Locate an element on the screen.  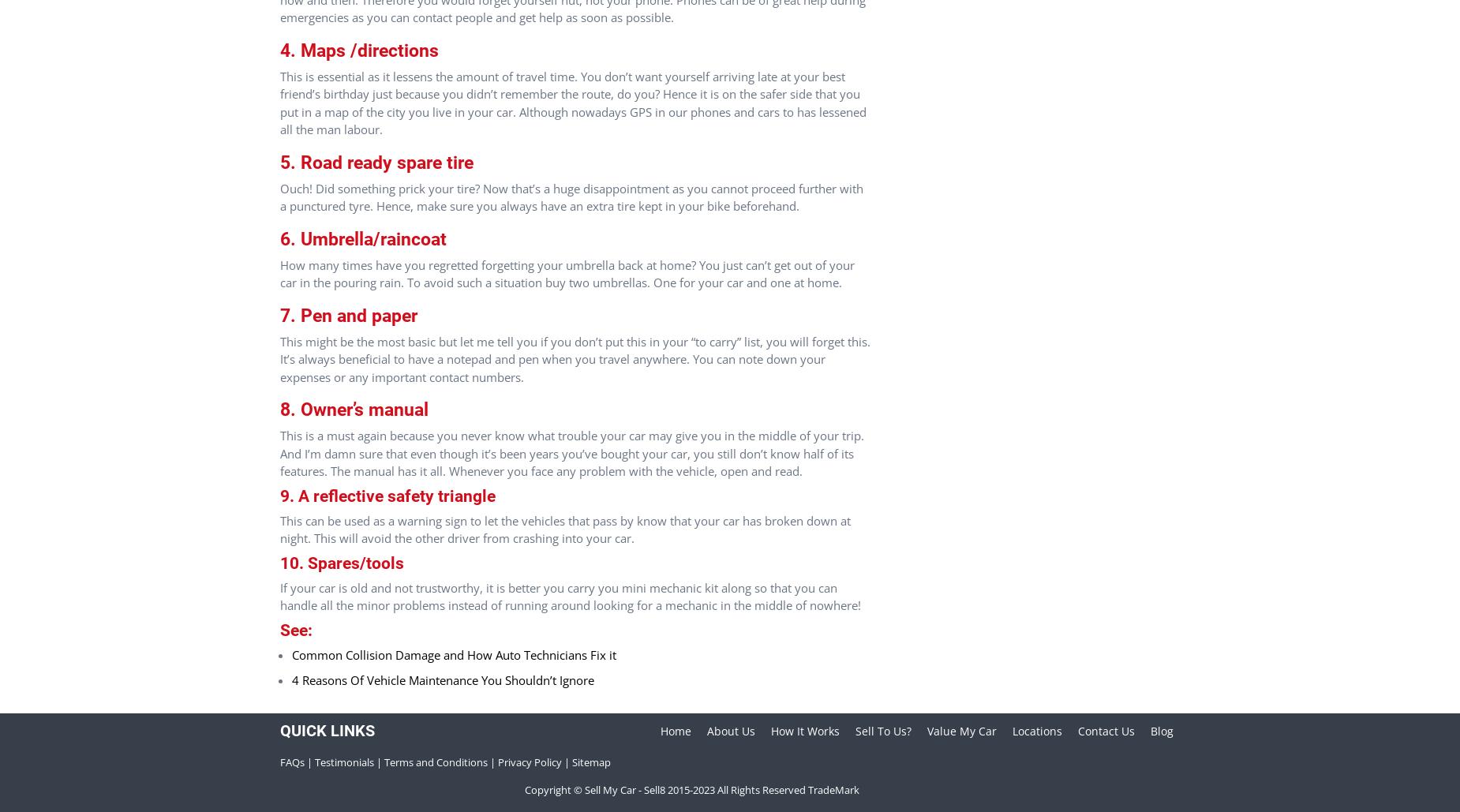
'Quick Links' is located at coordinates (279, 729).